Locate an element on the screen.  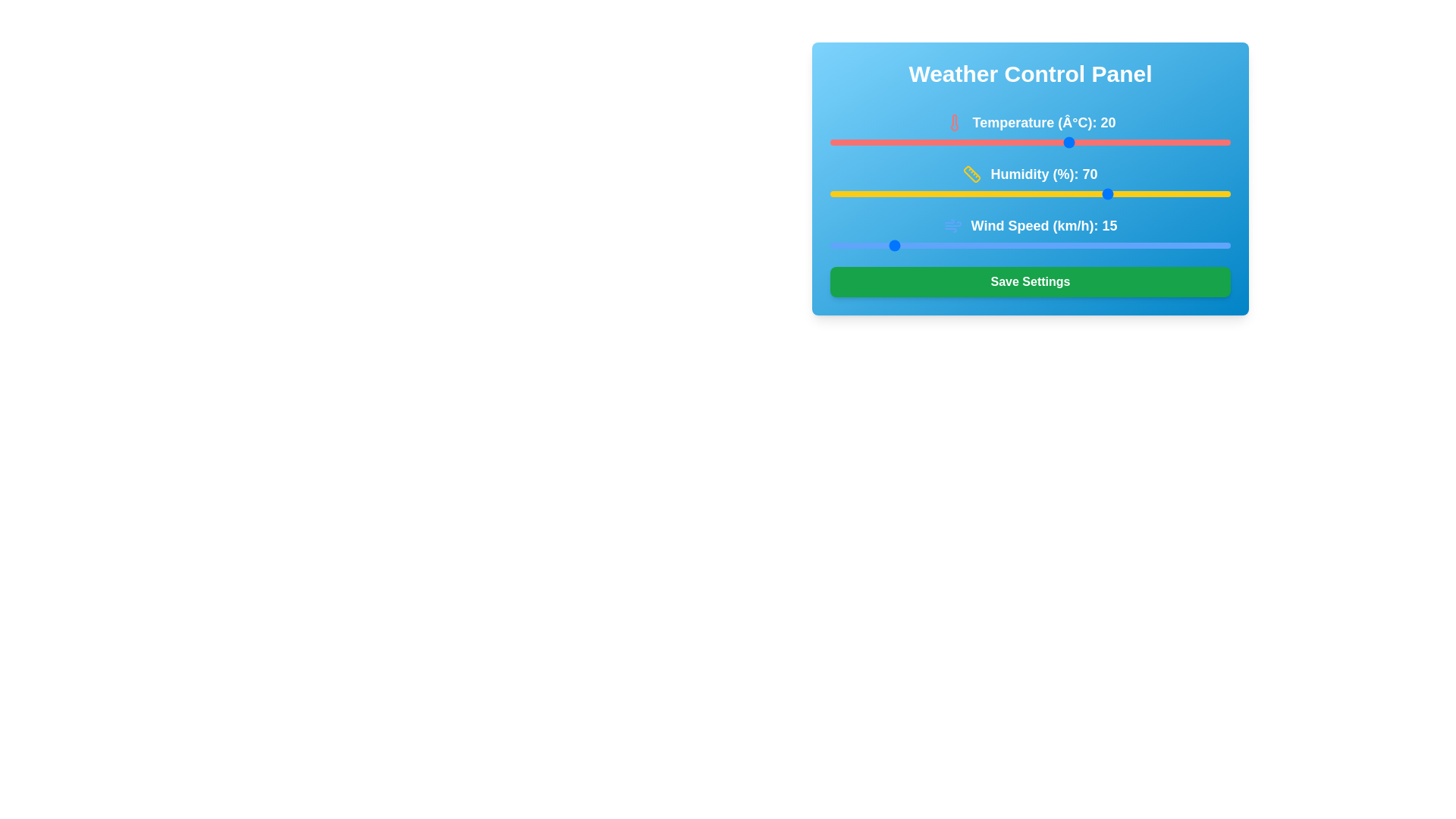
the humidity slider is located at coordinates (886, 193).